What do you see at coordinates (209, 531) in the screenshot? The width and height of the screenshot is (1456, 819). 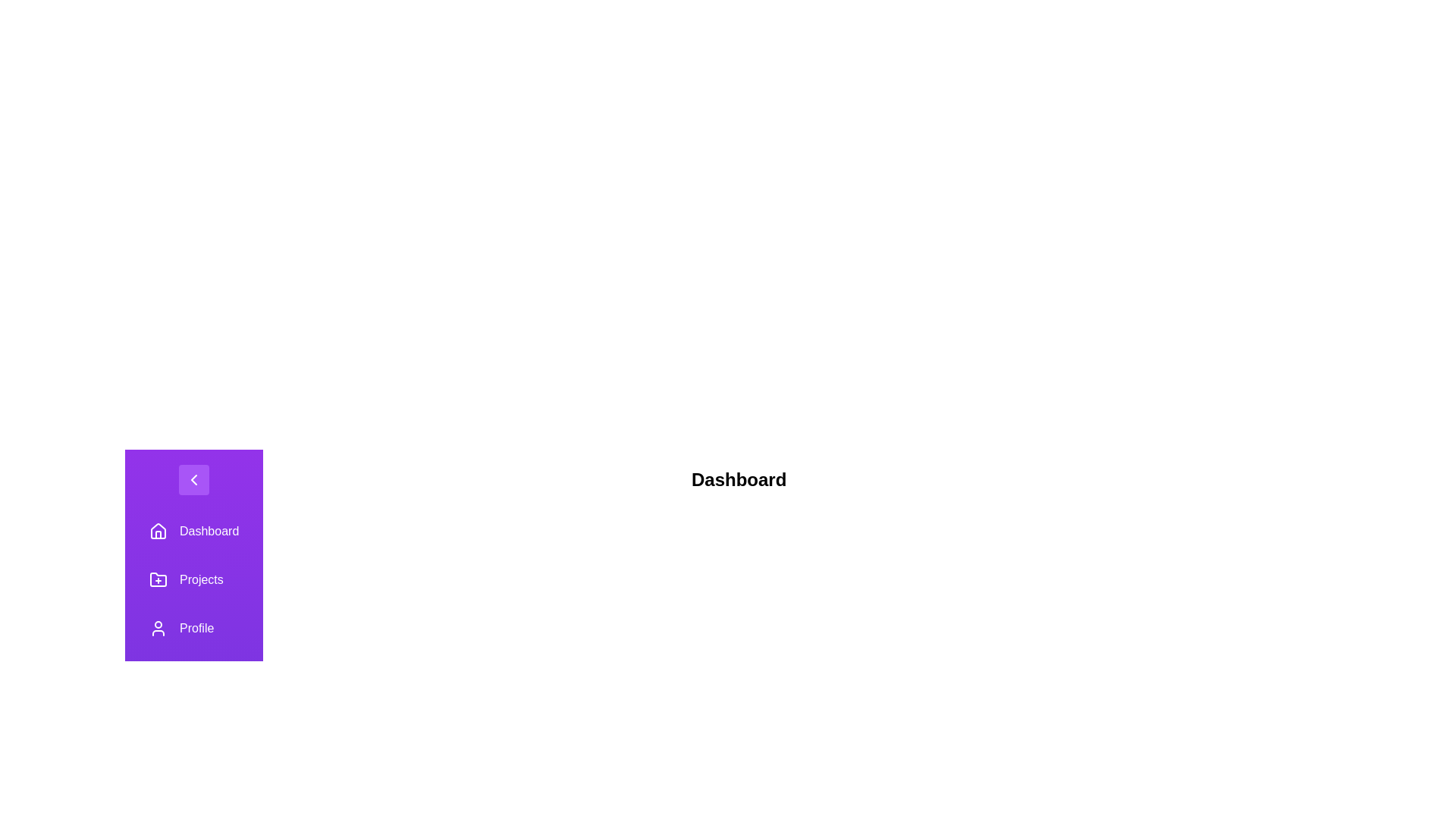 I see `the 'Dashboard' text label displayed in white font within a purple rectangular section of the navigation menu` at bounding box center [209, 531].